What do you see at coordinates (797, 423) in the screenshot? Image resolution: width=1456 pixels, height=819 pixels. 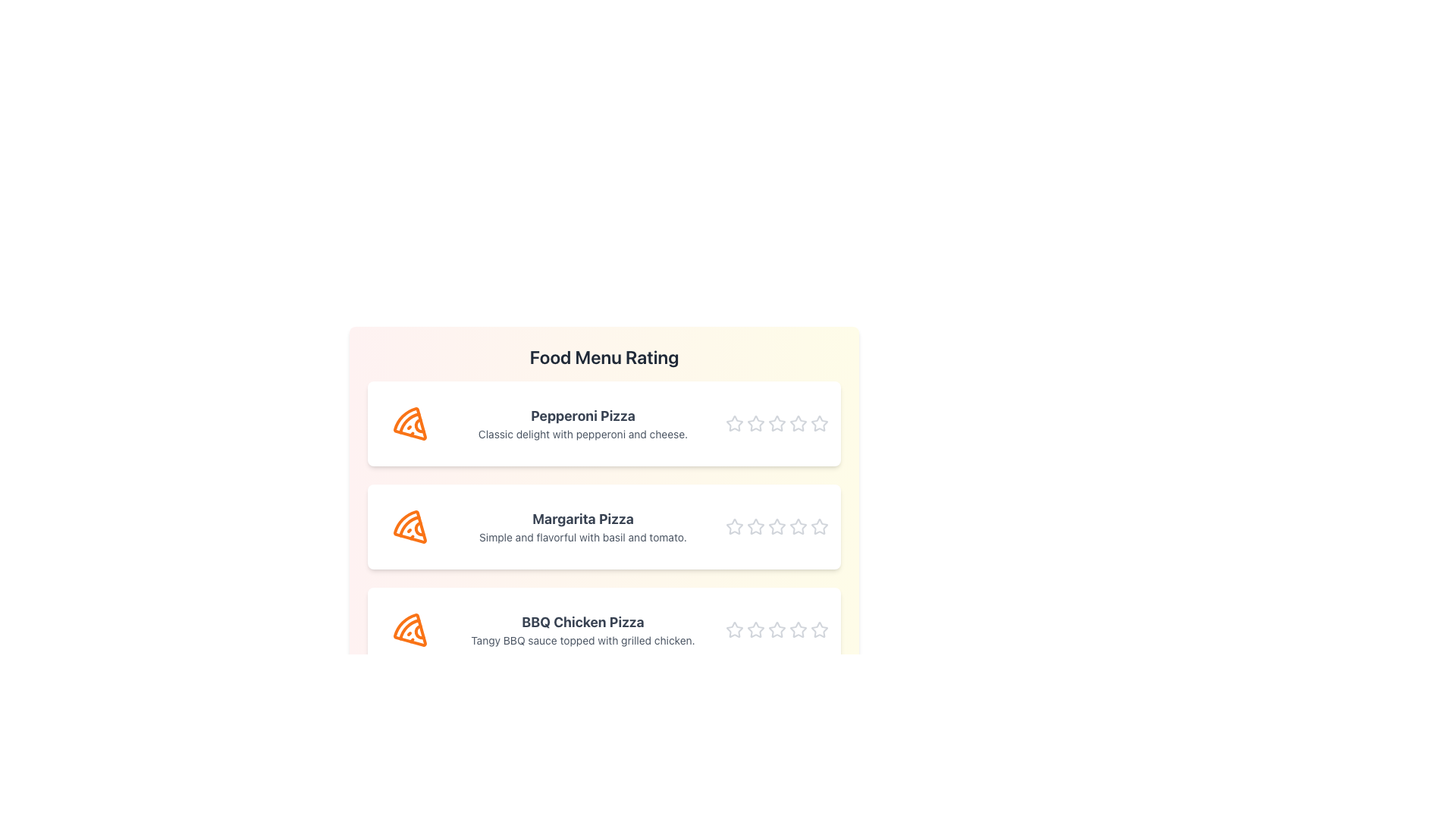 I see `the fourth star icon` at bounding box center [797, 423].